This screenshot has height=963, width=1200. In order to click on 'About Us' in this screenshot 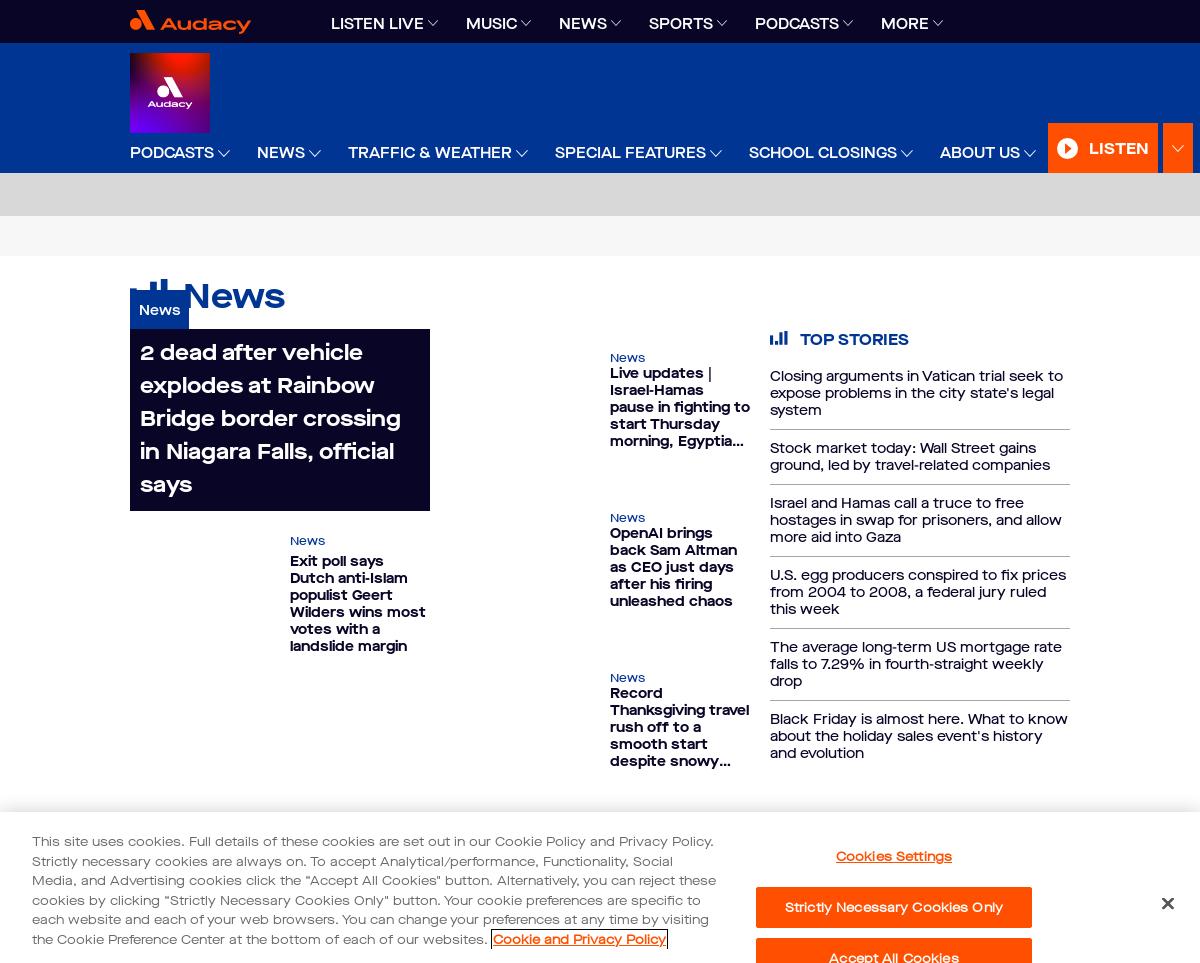, I will do `click(939, 153)`.